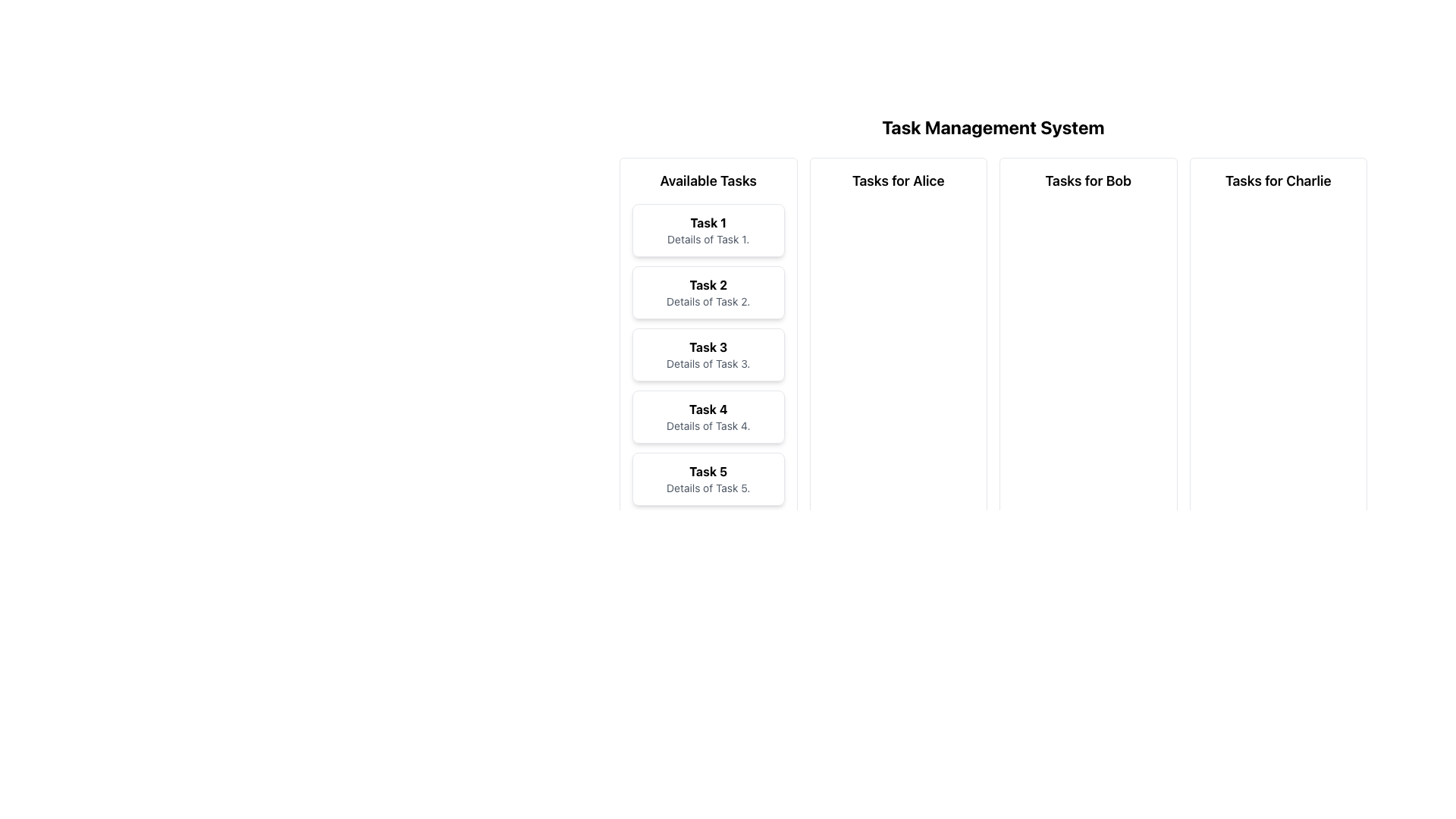 The image size is (1456, 819). Describe the element at coordinates (708, 470) in the screenshot. I see `the text display element showing 'Task 5' in bold, located in the fifth task card of the 'Available Tasks' section` at that location.